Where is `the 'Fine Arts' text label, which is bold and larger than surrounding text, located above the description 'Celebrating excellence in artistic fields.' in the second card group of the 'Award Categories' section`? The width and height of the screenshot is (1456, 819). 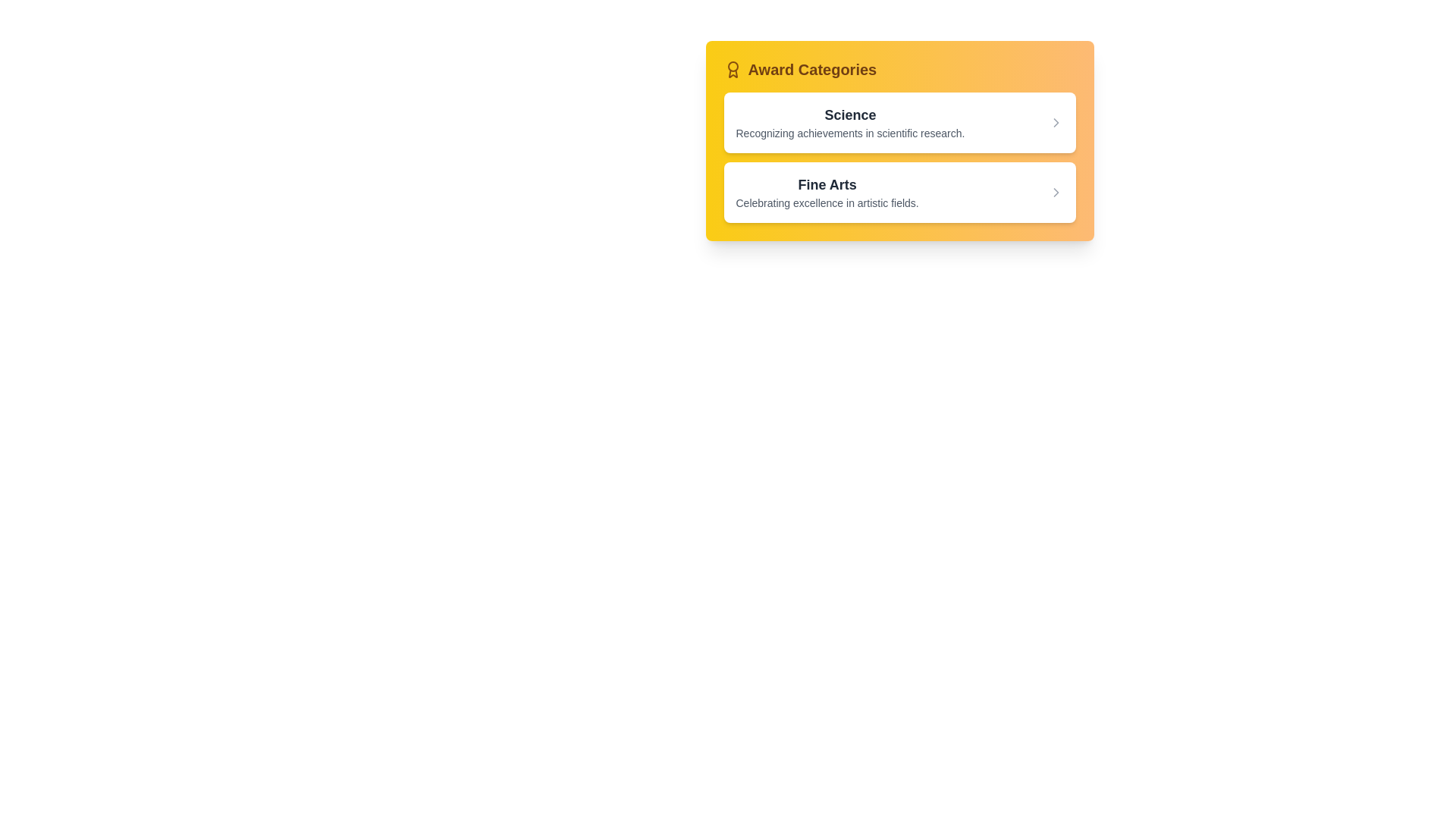
the 'Fine Arts' text label, which is bold and larger than surrounding text, located above the description 'Celebrating excellence in artistic fields.' in the second card group of the 'Award Categories' section is located at coordinates (827, 184).